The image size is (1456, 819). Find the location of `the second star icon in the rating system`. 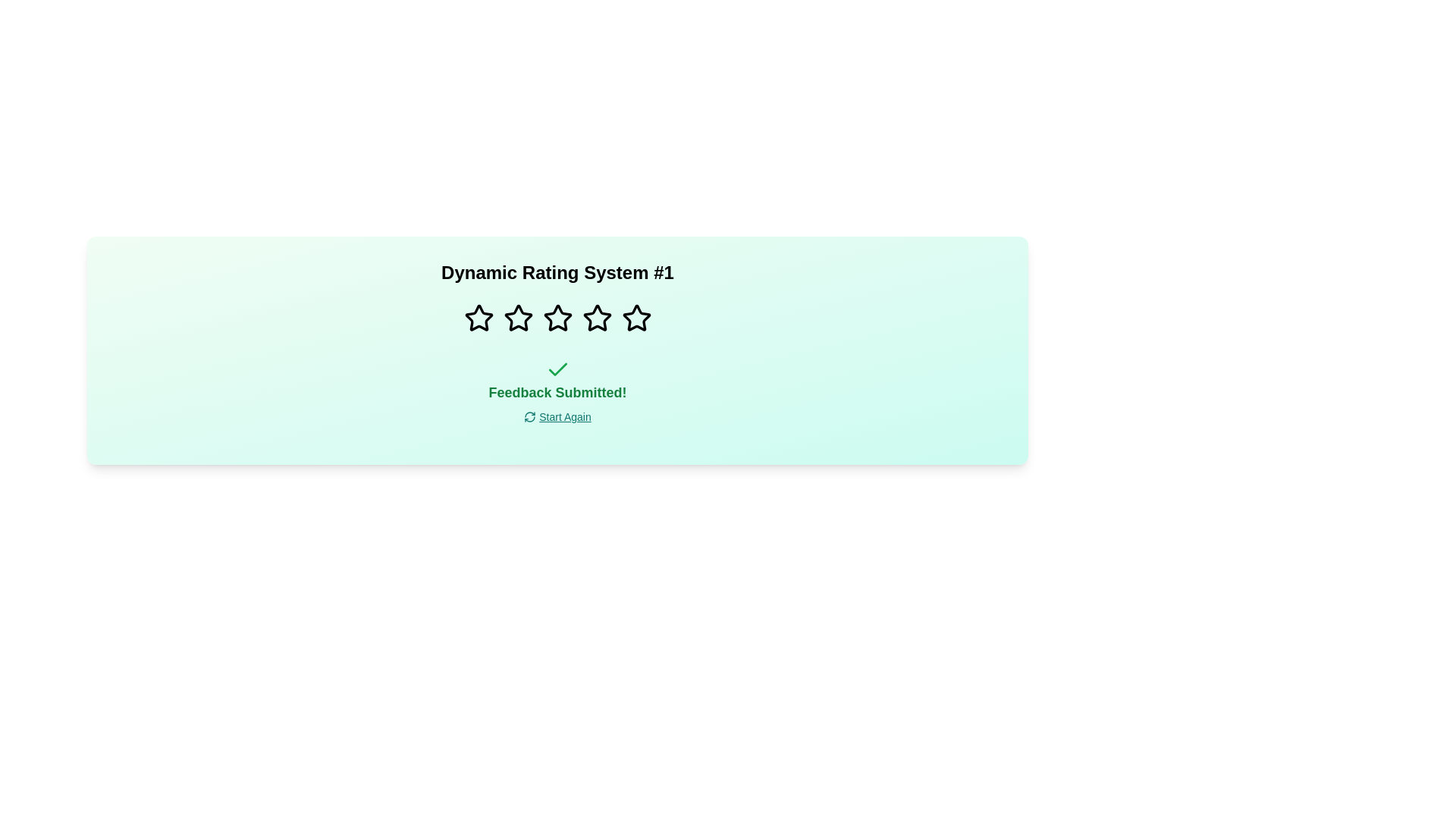

the second star icon in the rating system is located at coordinates (518, 317).